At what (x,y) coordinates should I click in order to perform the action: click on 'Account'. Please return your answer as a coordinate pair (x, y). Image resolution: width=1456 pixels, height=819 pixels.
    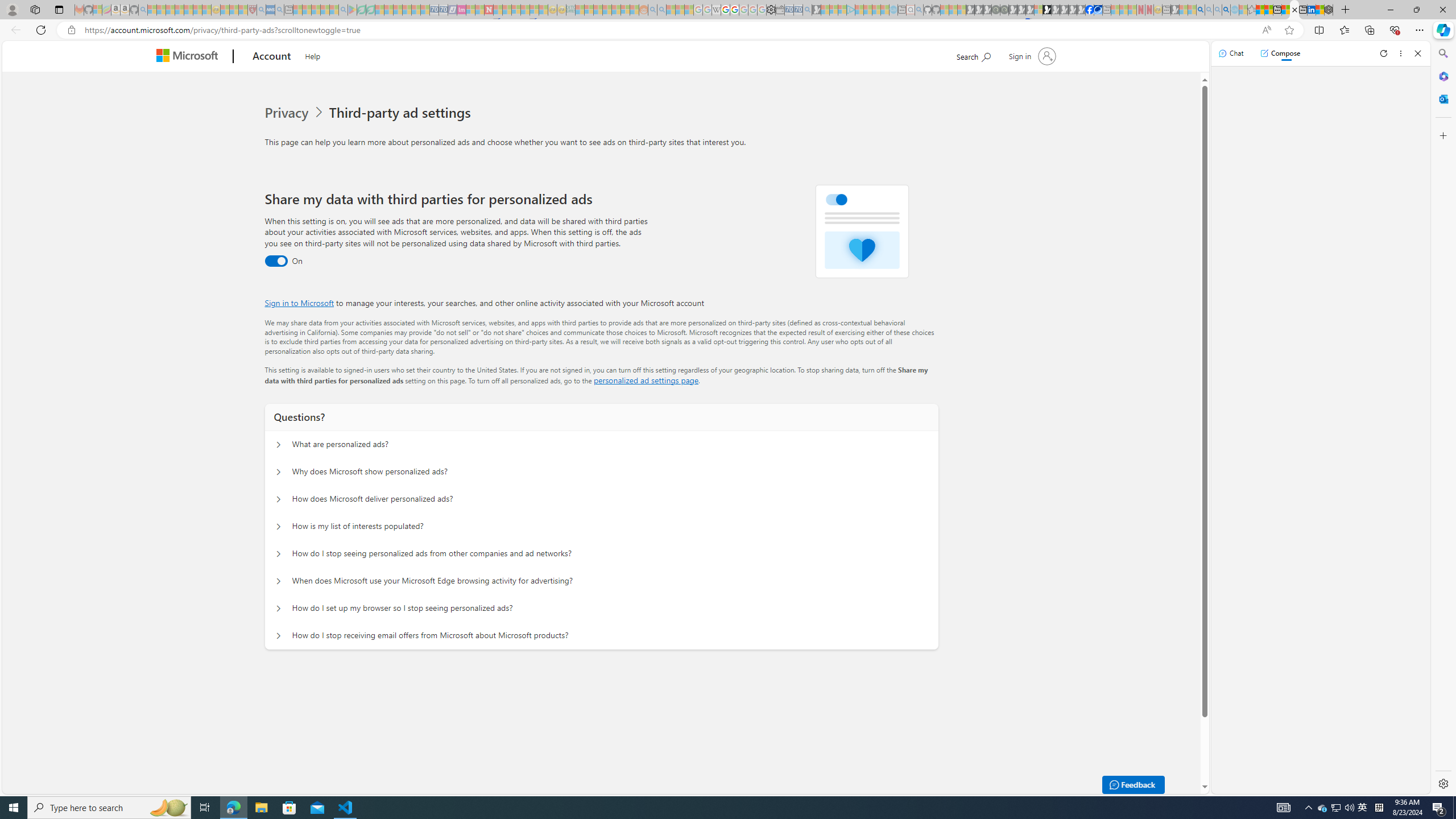
    Looking at the image, I should click on (271, 56).